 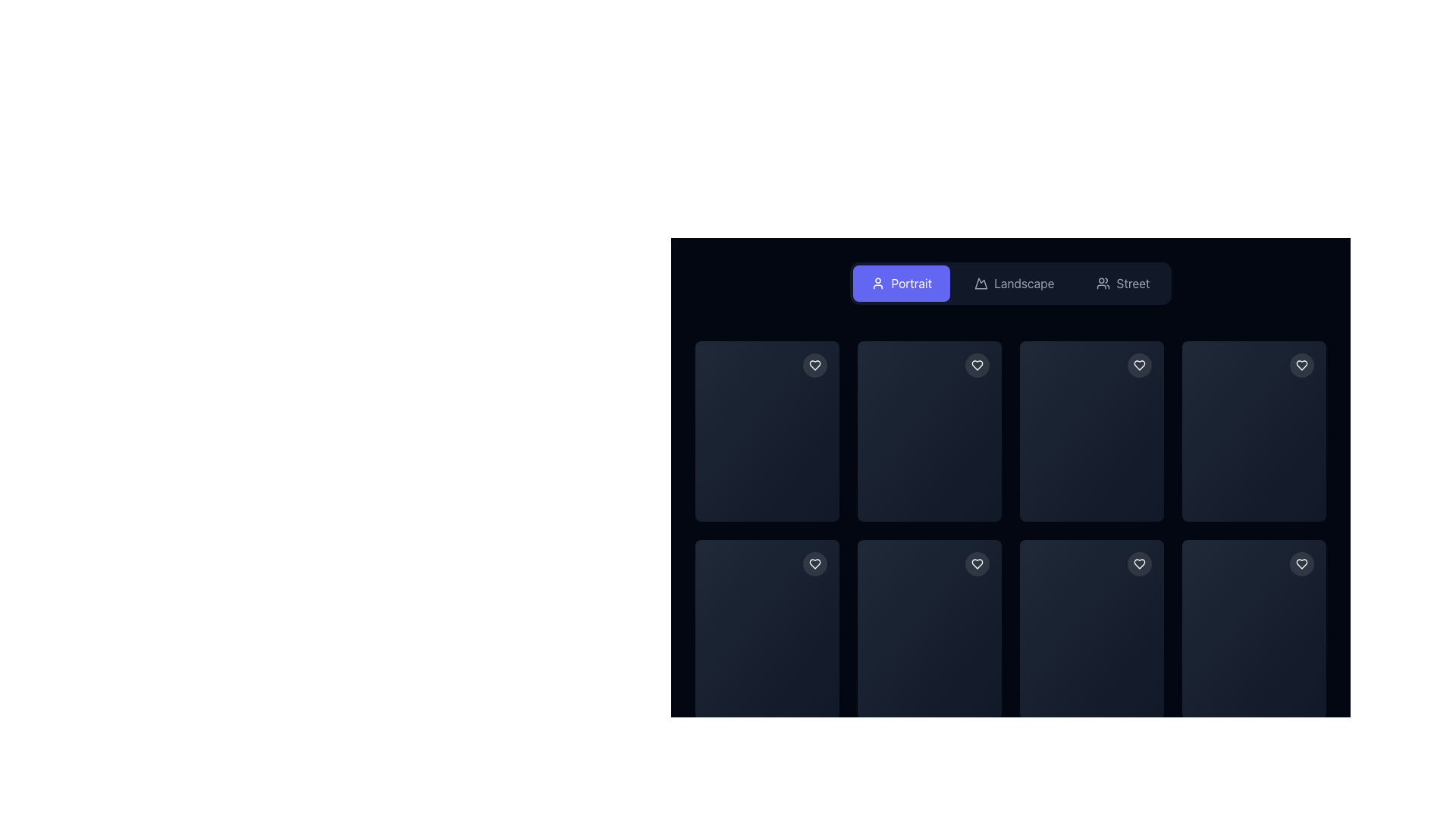 I want to click on the graphical SVG element resembling a pin or marker located at the bottom-left corner of the leftmost card in the grid layout, so click(x=789, y=698).